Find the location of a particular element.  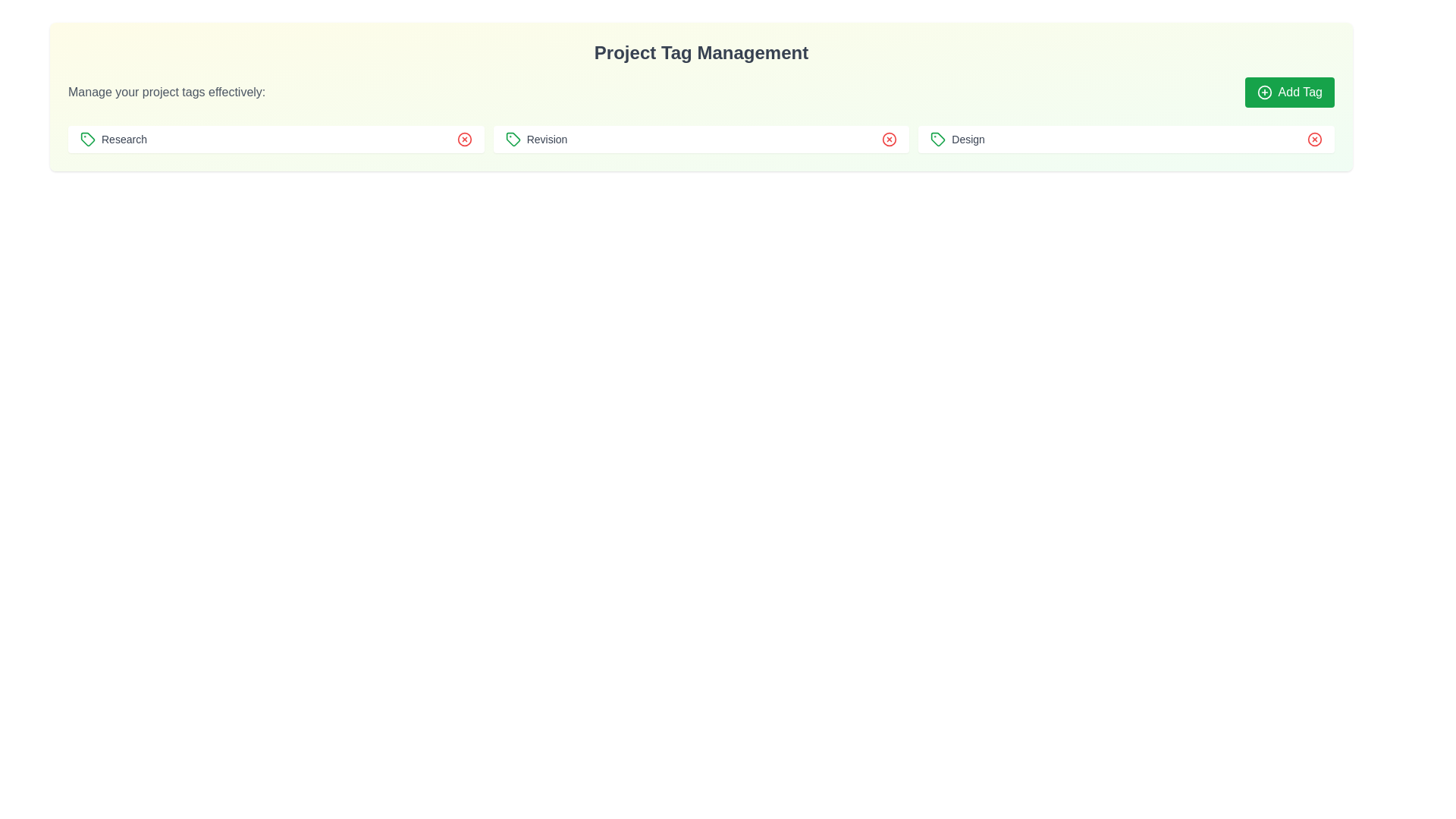

the 'Design' label adjacent to the green tag icon located in the top-right portion of the layout, which is the third tag from the left is located at coordinates (957, 140).